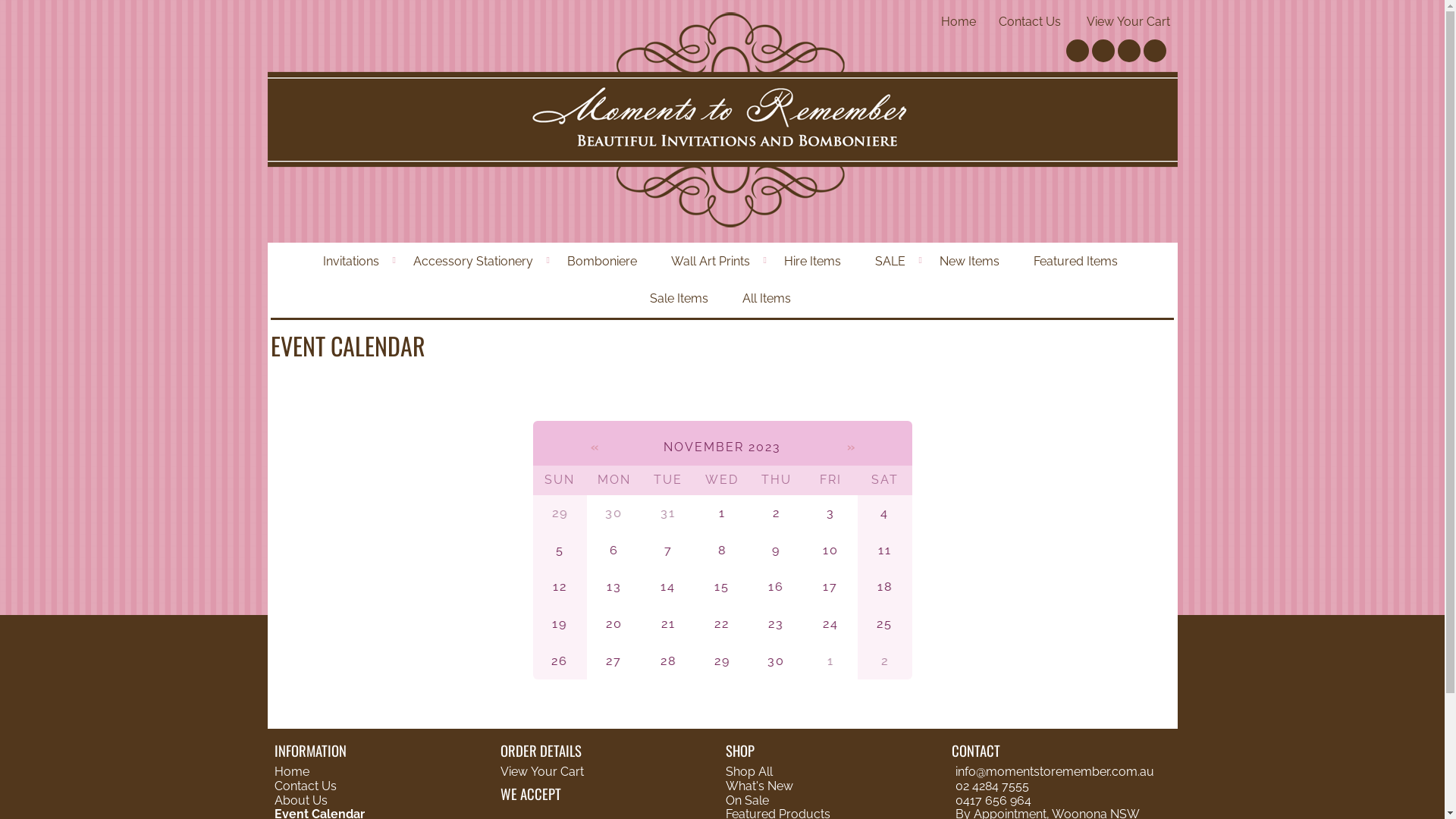  Describe the element at coordinates (892, 261) in the screenshot. I see `'SALE'` at that location.